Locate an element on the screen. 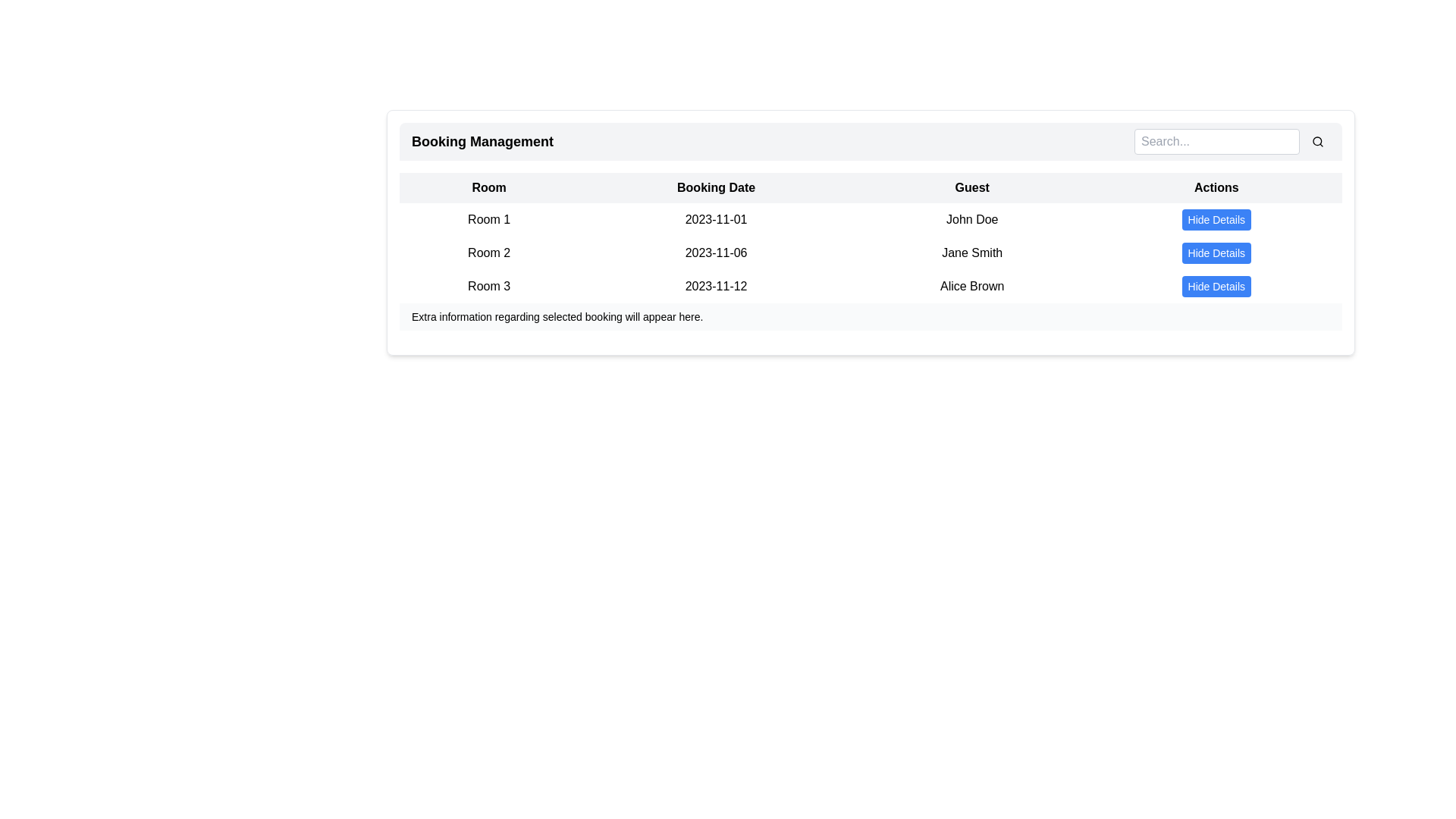  the static text label displaying the booking date located in the last row of the table under the header 'Booking Date' is located at coordinates (715, 287).